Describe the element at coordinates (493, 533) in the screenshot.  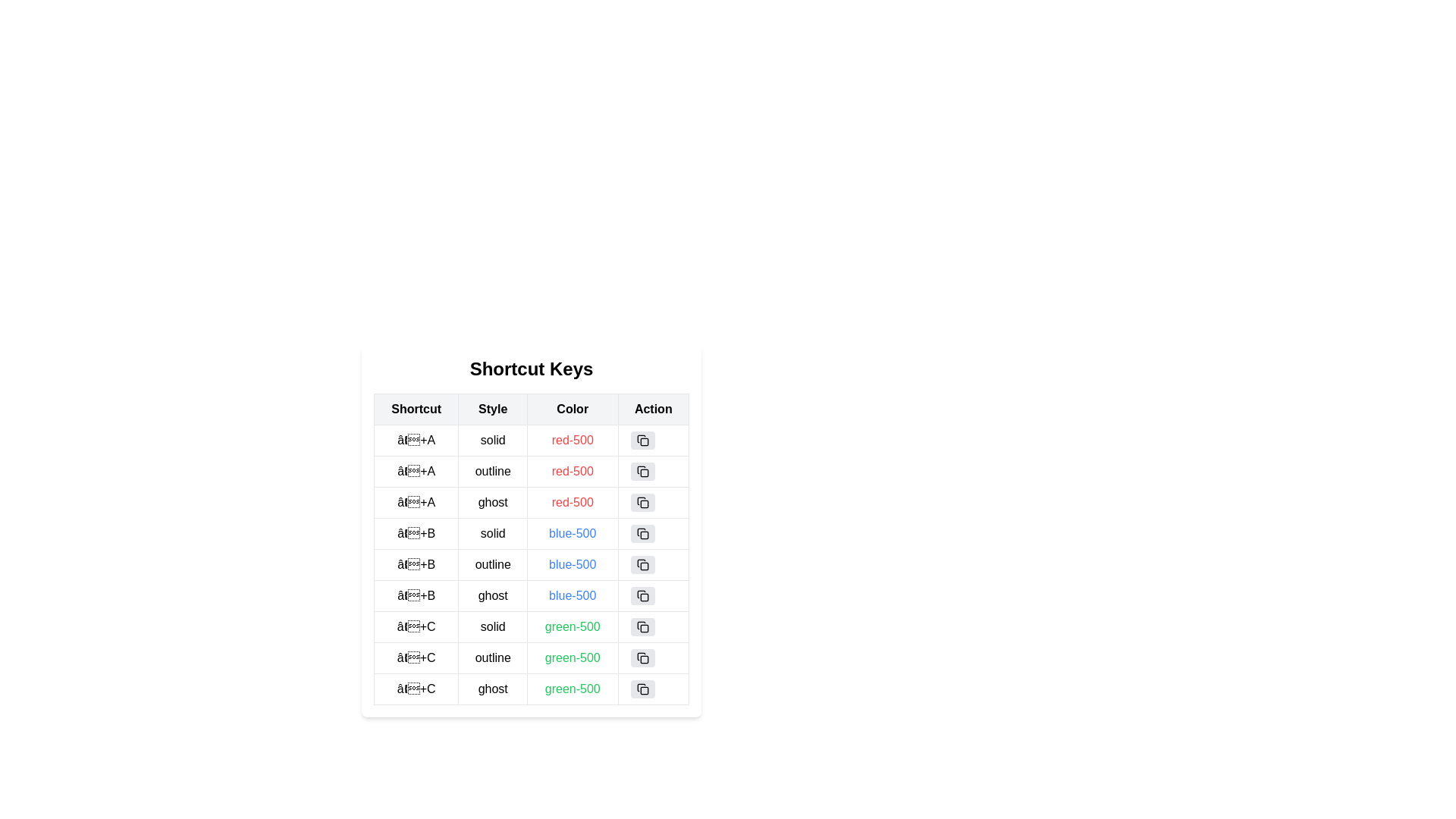
I see `the text label displaying the word 'solid' in black color, located in the second row of the 'Style' column within a table, flanked by '⌘+B' and 'blue-500'` at that location.